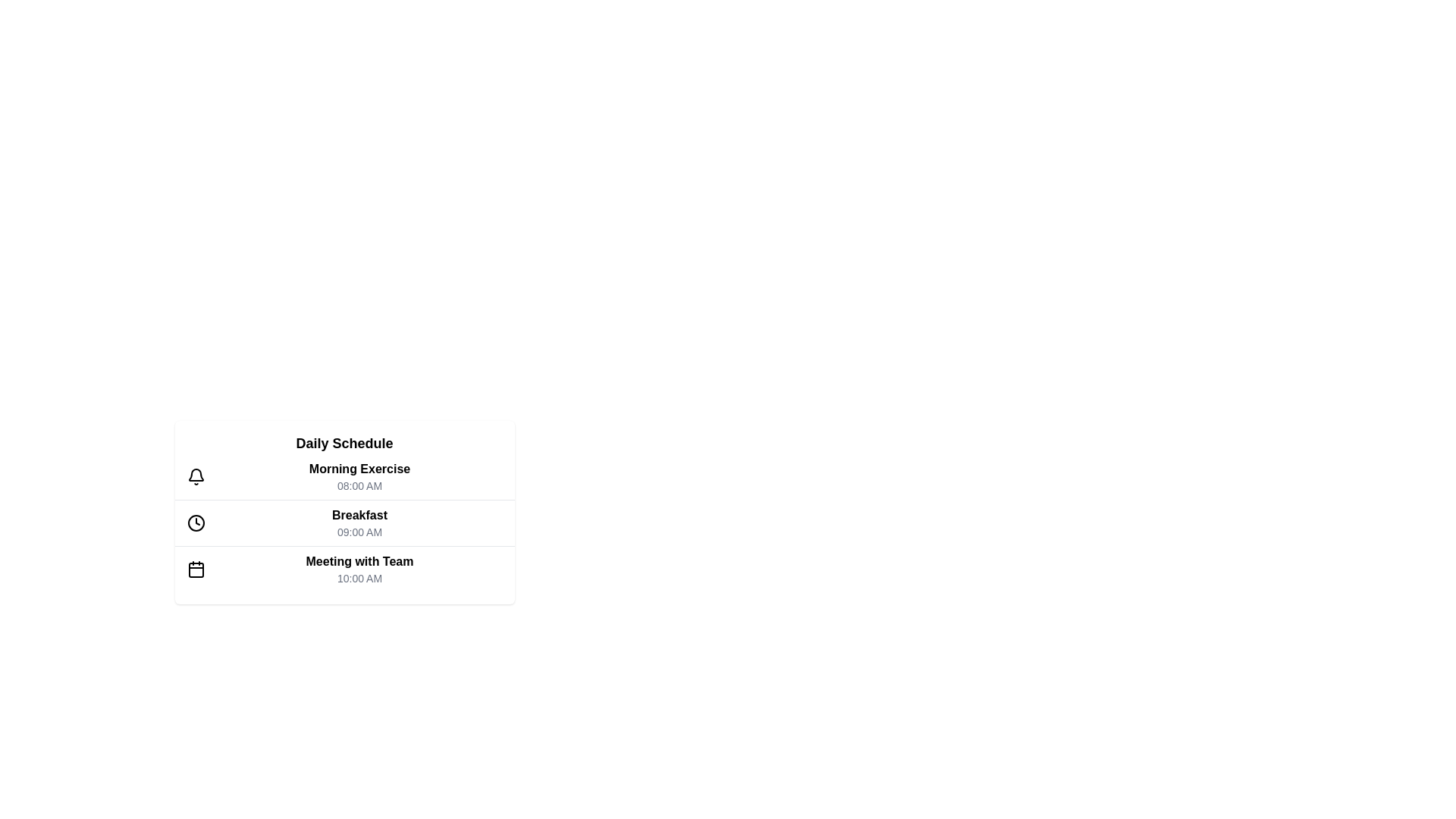 The height and width of the screenshot is (819, 1456). I want to click on the time icon representing the 'Breakfast' schedule entry, located on the second row of the schedule list, to the left of the text 'Breakfast' and above '09:00 AM', so click(195, 522).